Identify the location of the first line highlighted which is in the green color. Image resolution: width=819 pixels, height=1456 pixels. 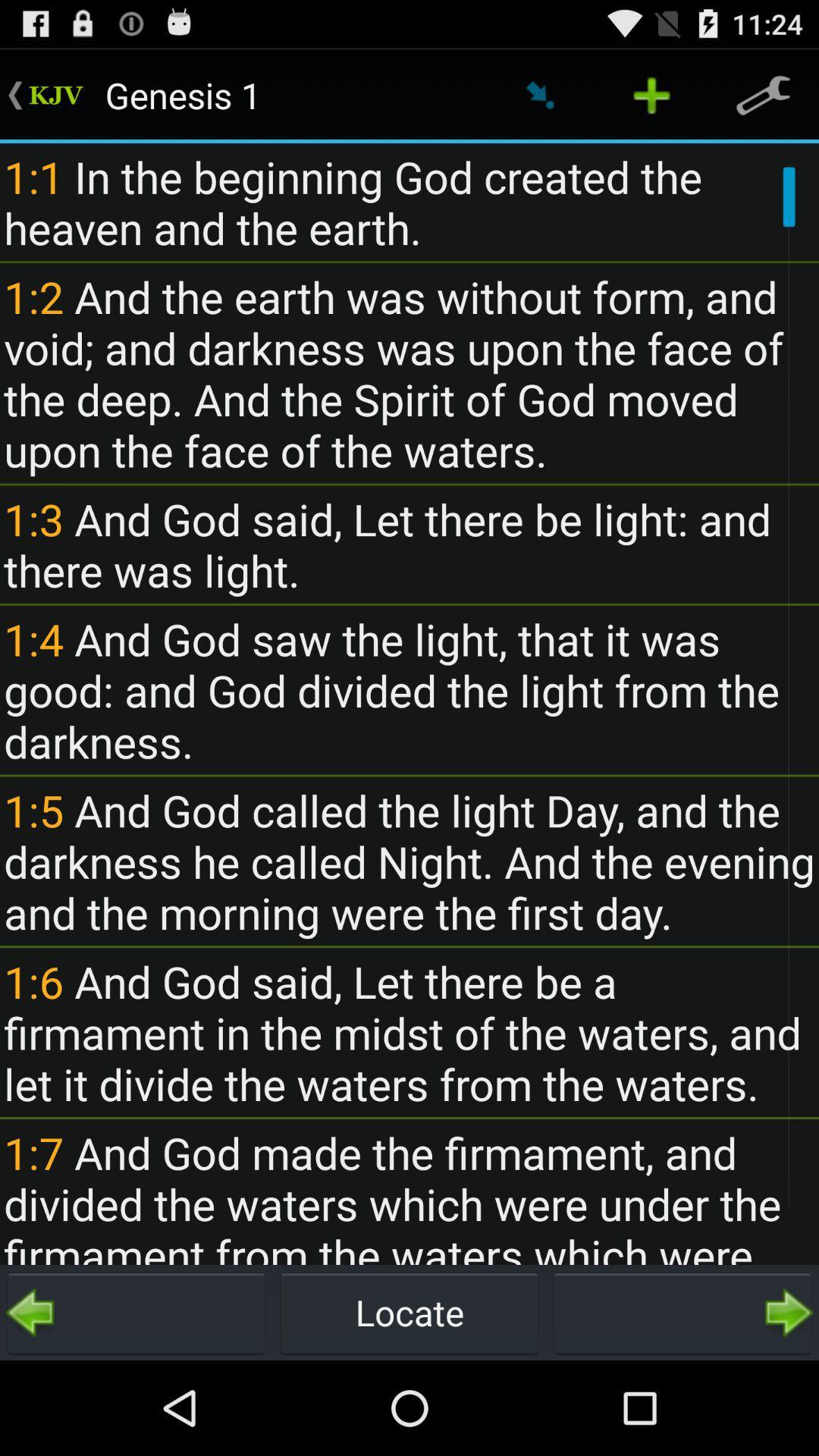
(55, 94).